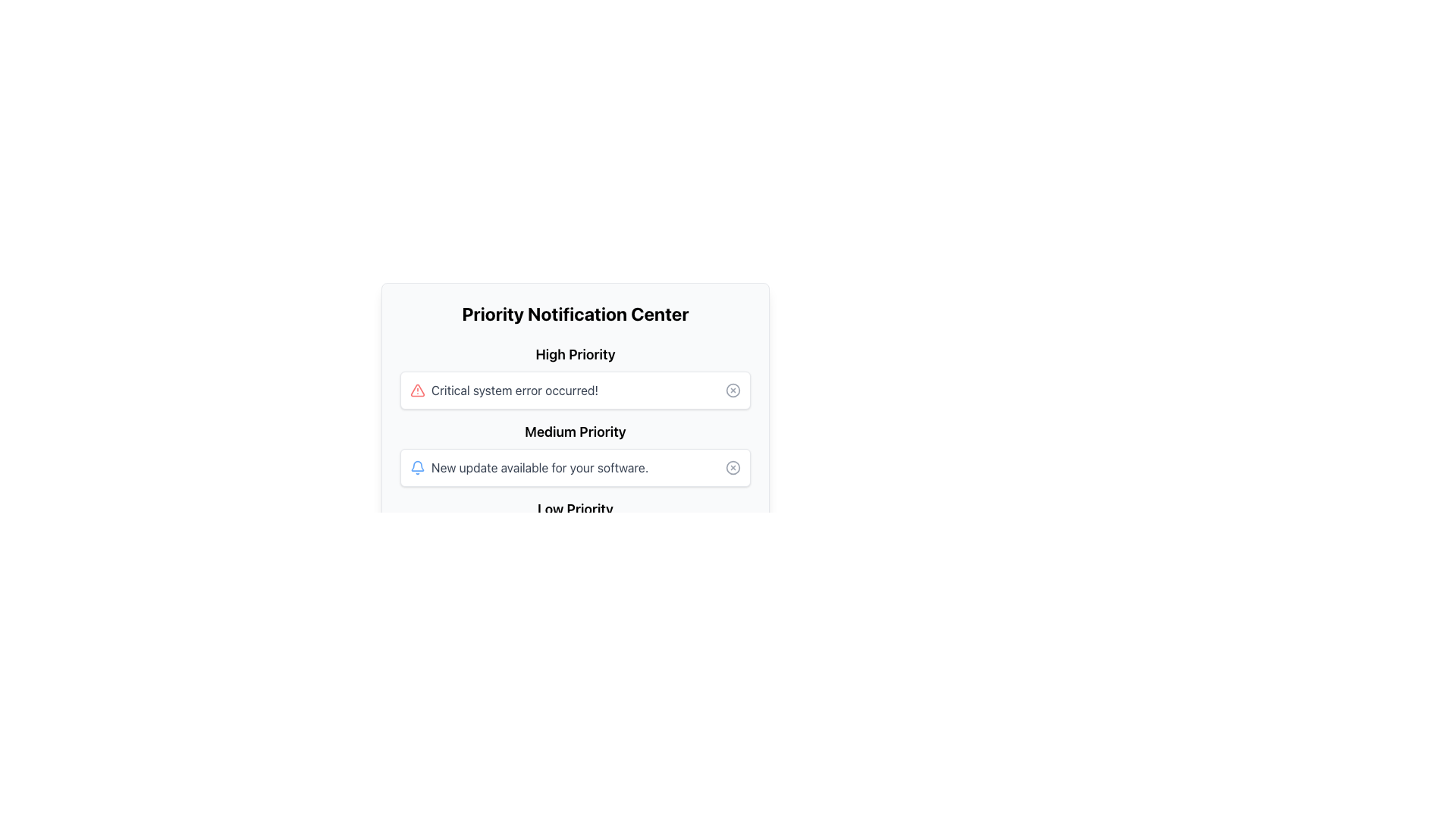 The width and height of the screenshot is (1456, 819). What do you see at coordinates (418, 467) in the screenshot?
I see `the notification icon indicating a medium-priority update, located in the 'Medium Priority' section of the 'Priority Notification Center', to the left of the text 'New update available for your software.'` at bounding box center [418, 467].